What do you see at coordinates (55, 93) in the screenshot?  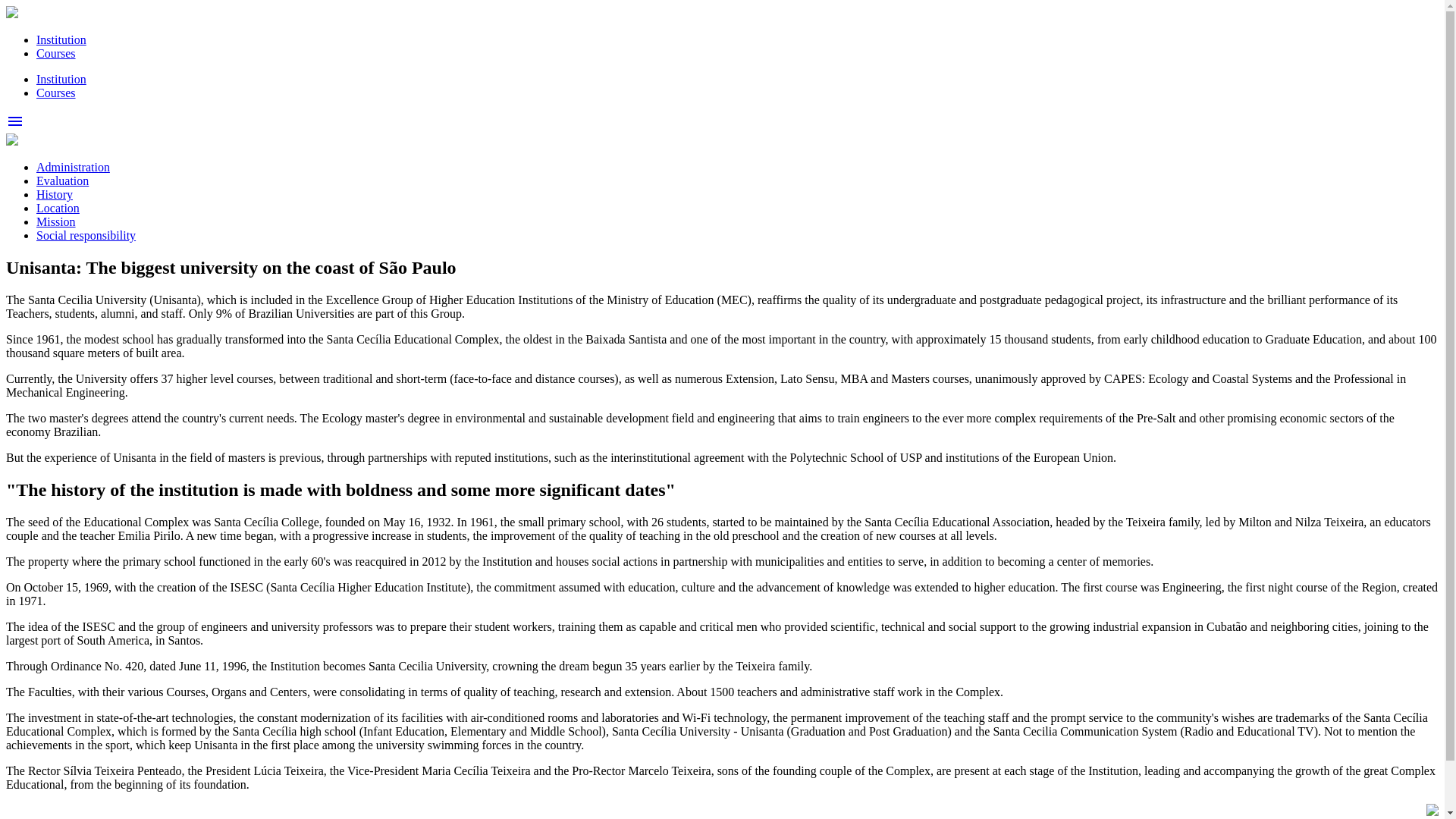 I see `'Courses'` at bounding box center [55, 93].